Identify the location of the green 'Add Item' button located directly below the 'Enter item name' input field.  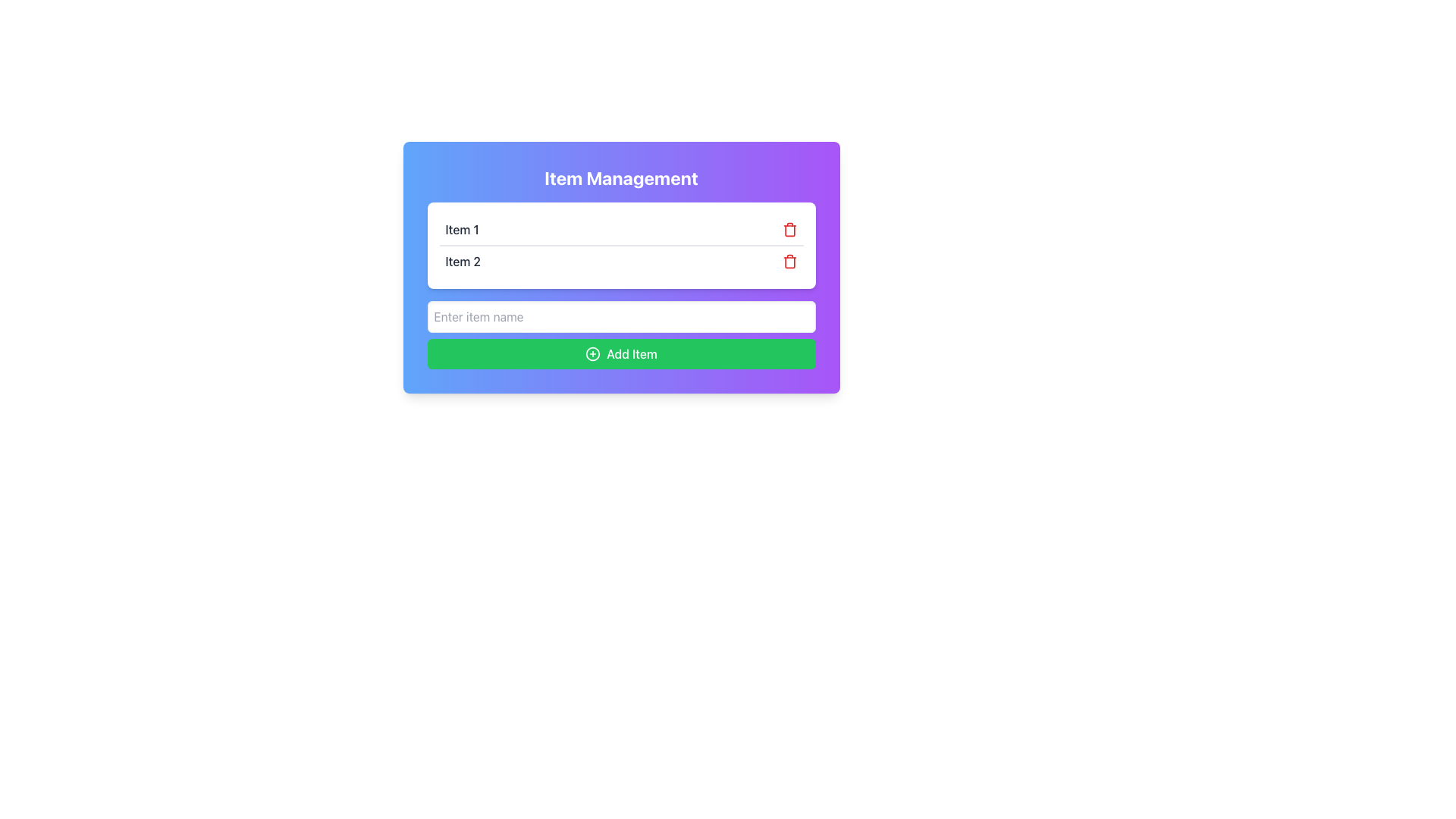
(621, 353).